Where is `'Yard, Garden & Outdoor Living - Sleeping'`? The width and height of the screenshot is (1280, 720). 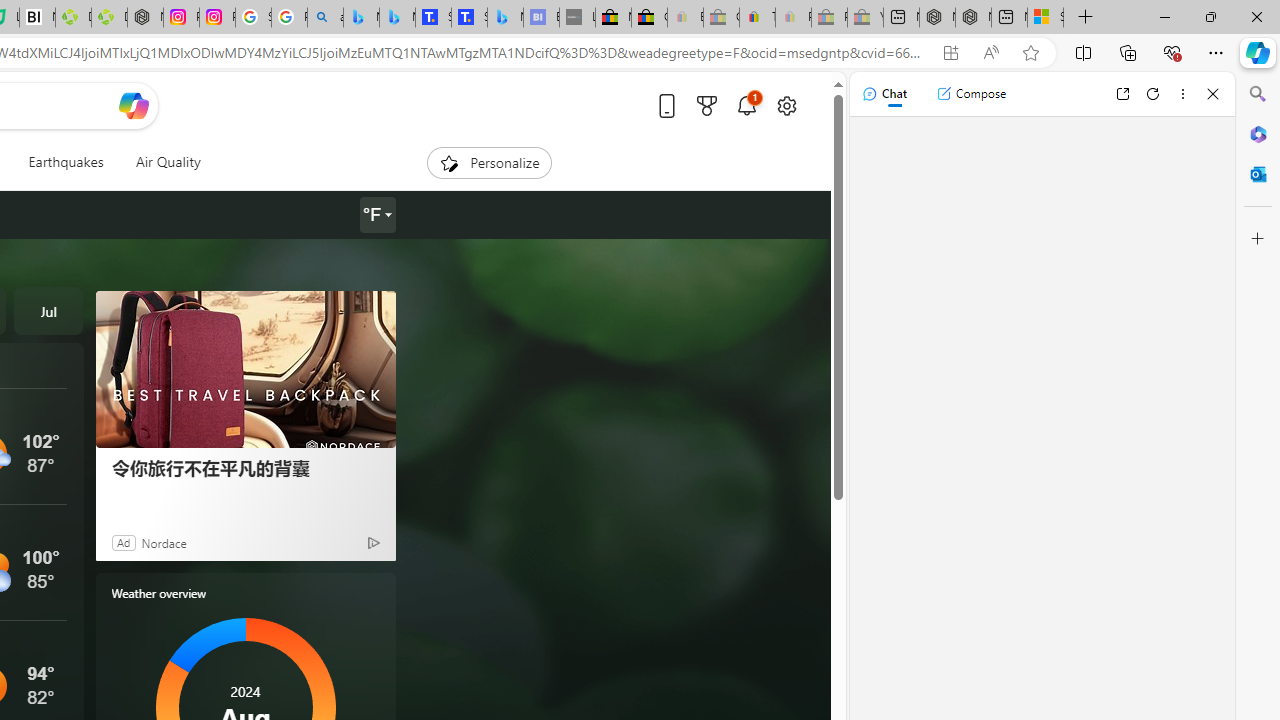
'Yard, Garden & Outdoor Living - Sleeping' is located at coordinates (865, 17).